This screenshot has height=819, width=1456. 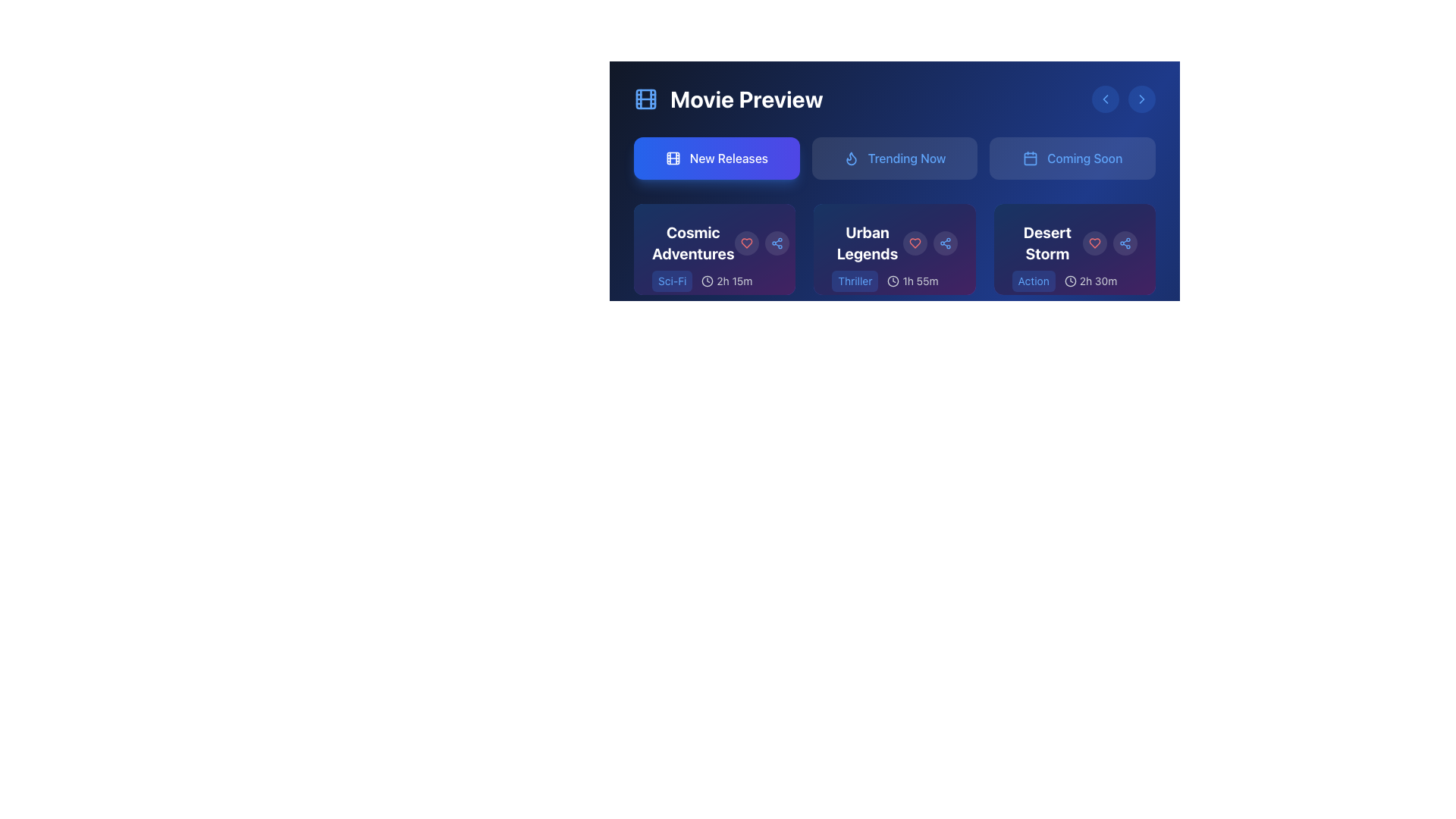 I want to click on displayed information from the text label showing '2h 30m' with a clock icon, which is located centrally within the card for 'Desert Storm' near the bottom edge, so click(x=1090, y=281).